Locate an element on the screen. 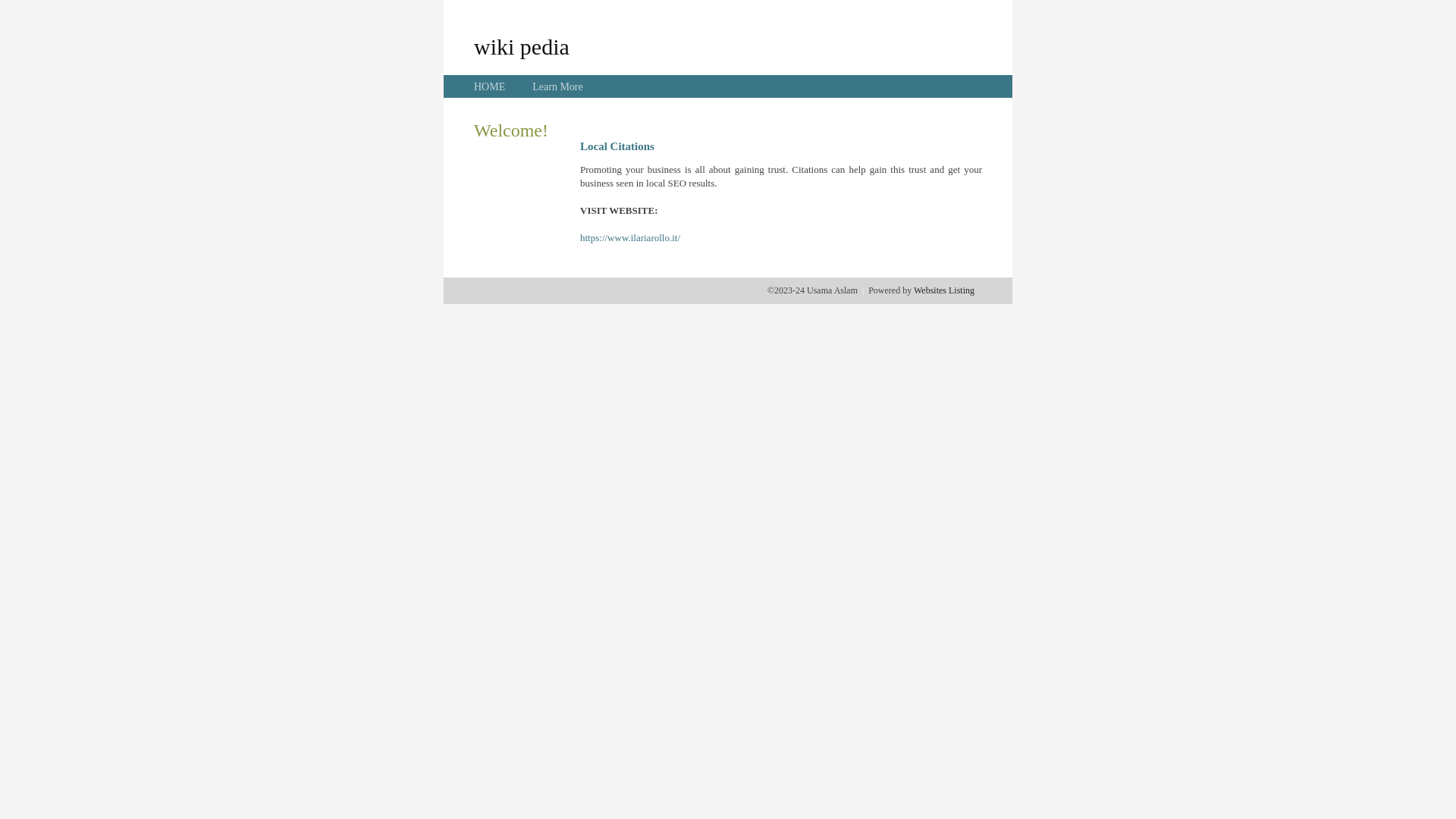 Image resolution: width=1456 pixels, height=819 pixels. 'Websites Listing' is located at coordinates (912, 290).